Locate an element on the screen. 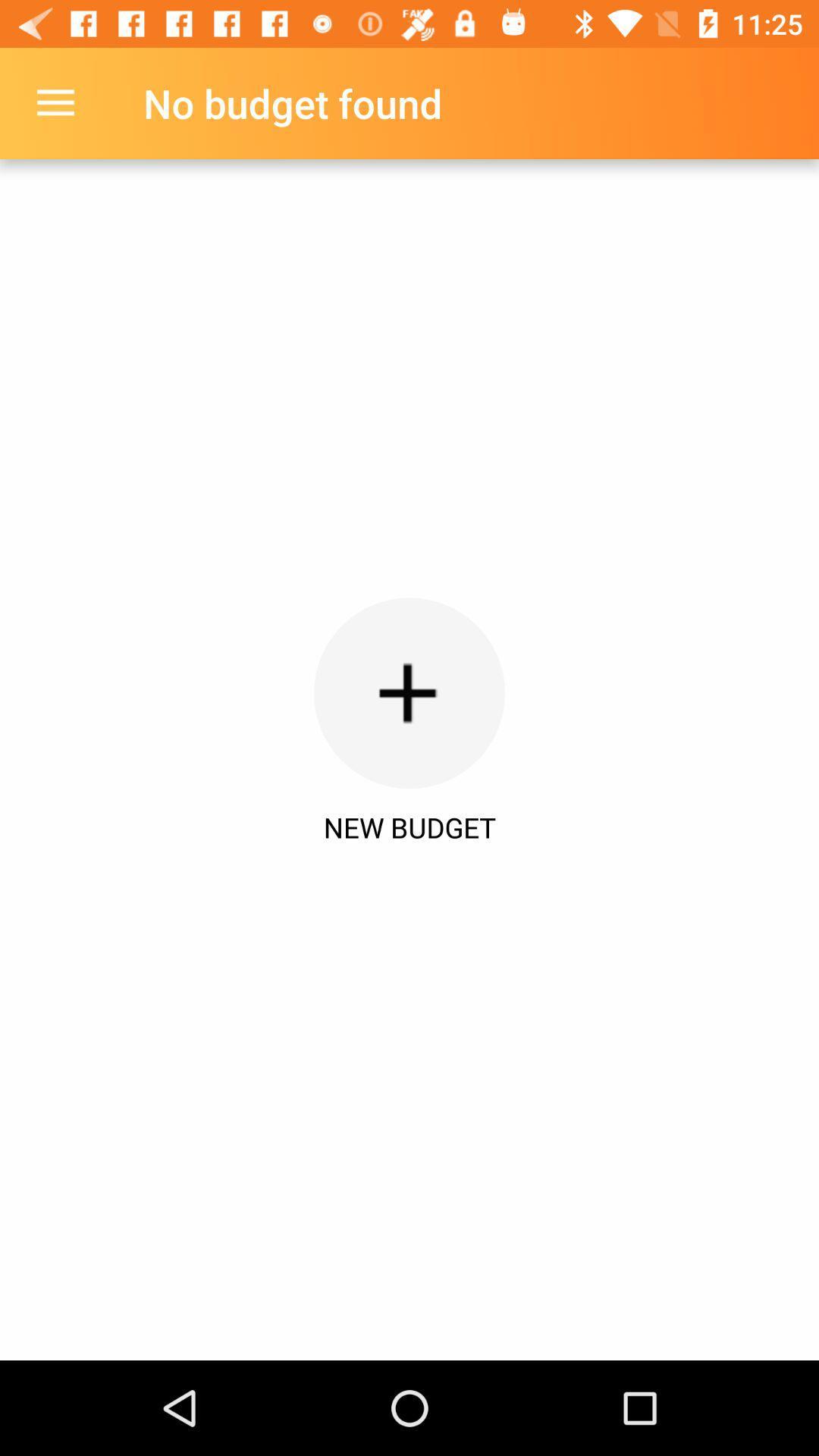  the new budget icon is located at coordinates (409, 827).